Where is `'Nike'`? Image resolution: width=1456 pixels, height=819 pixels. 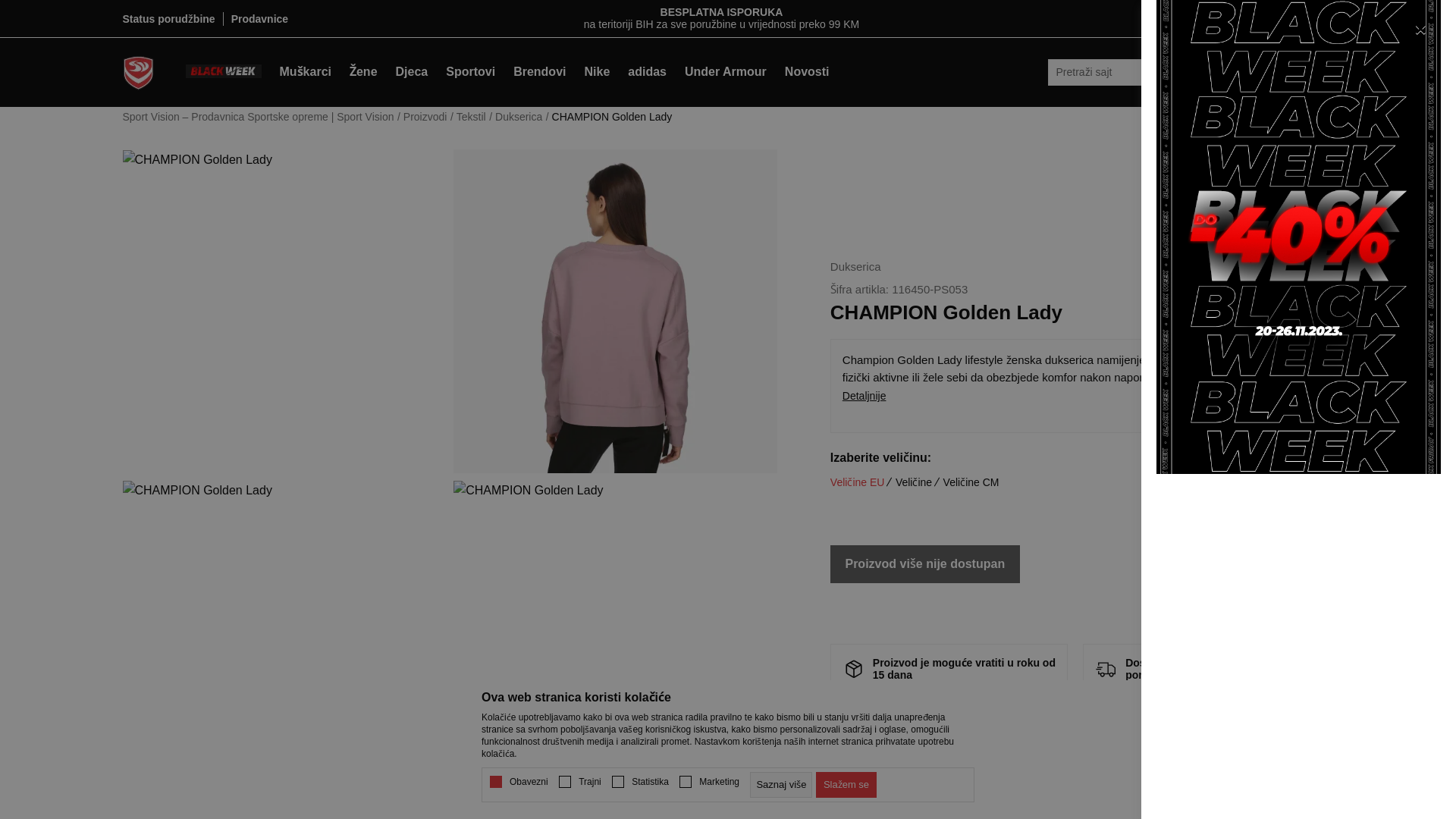
'Nike' is located at coordinates (596, 72).